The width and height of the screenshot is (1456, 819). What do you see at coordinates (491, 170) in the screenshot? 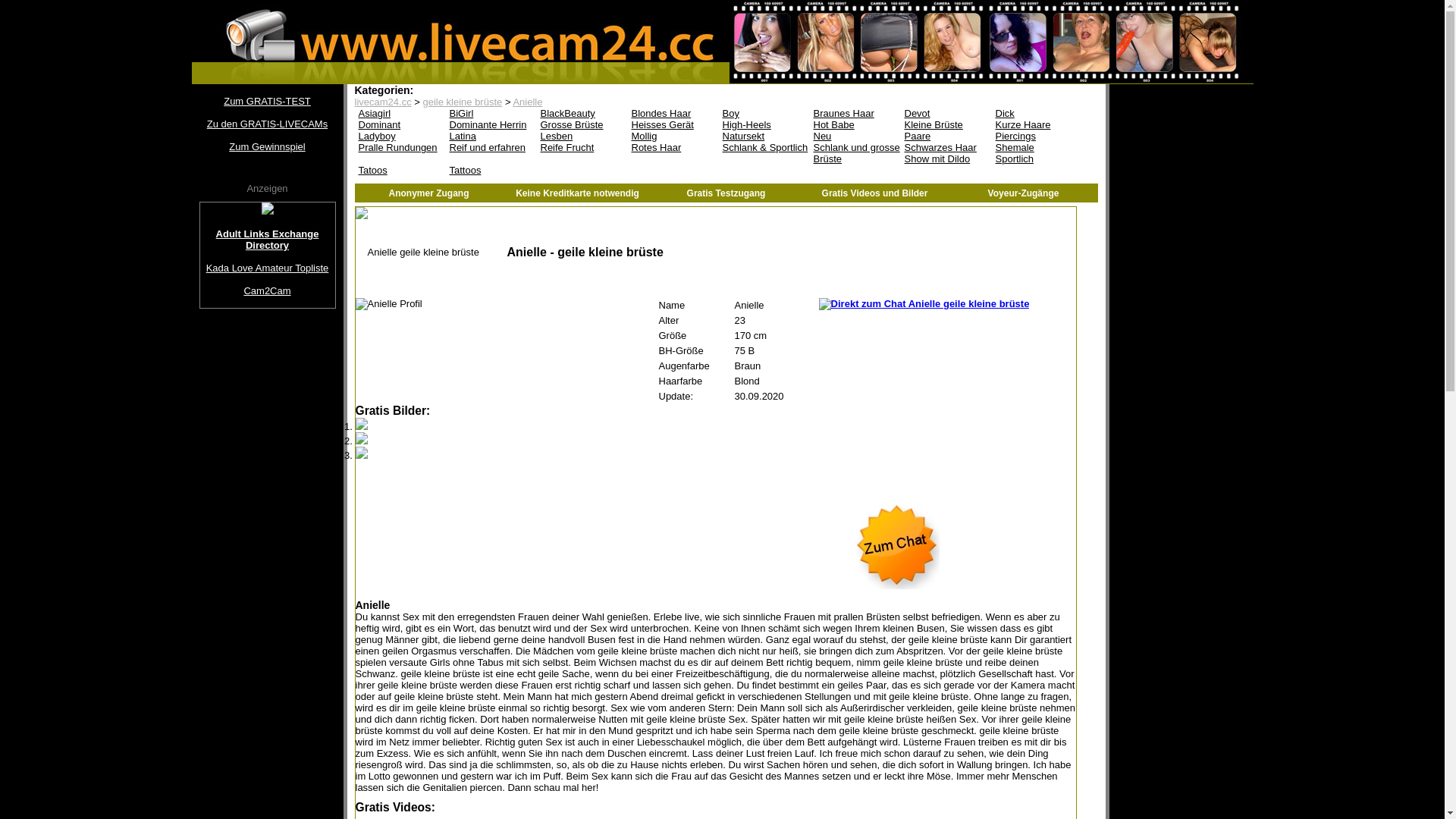
I see `'Tattoos'` at bounding box center [491, 170].